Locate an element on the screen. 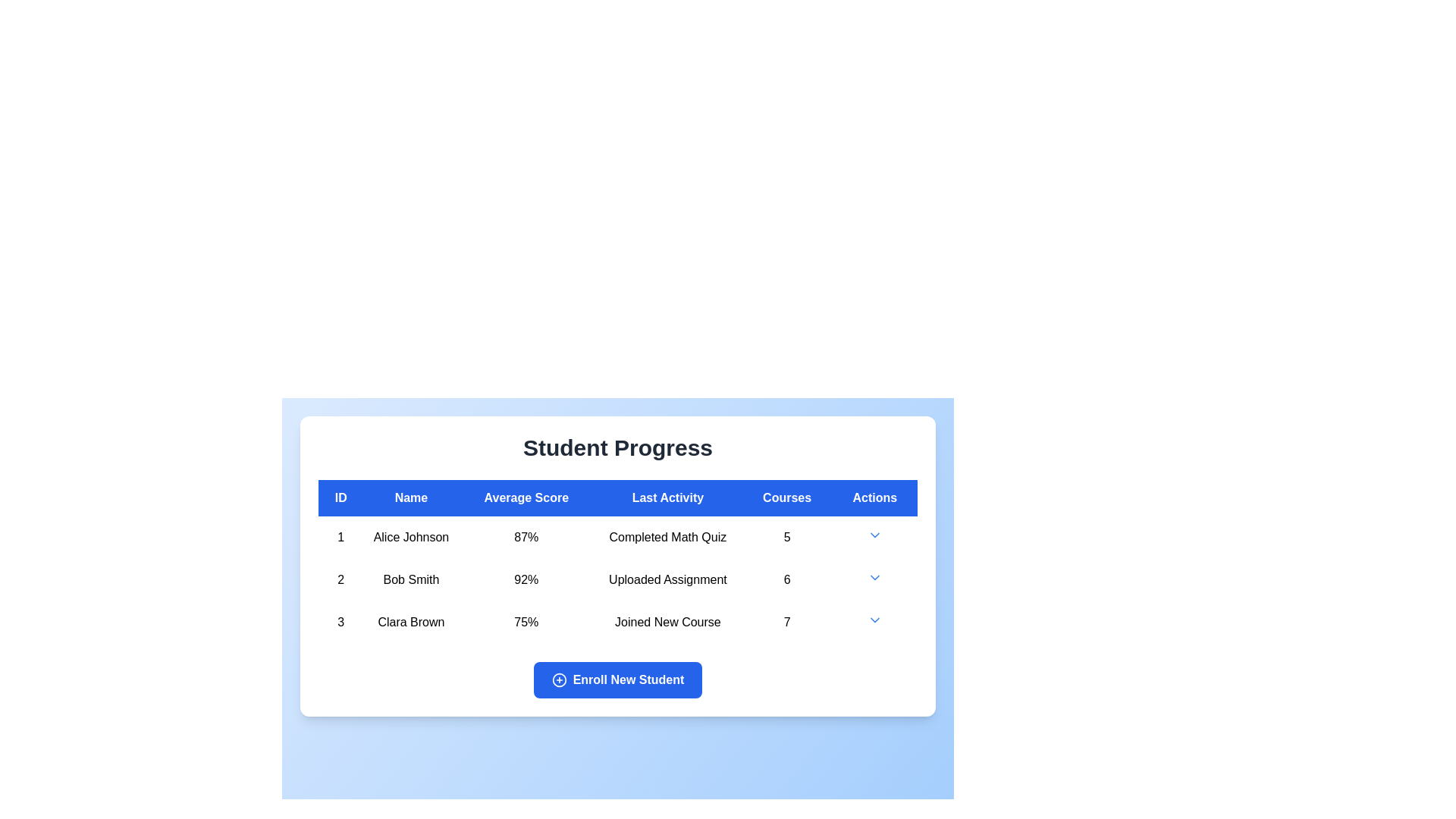  the static text element displaying the number '2' located in the second row of the table under the 'ID' column is located at coordinates (340, 579).